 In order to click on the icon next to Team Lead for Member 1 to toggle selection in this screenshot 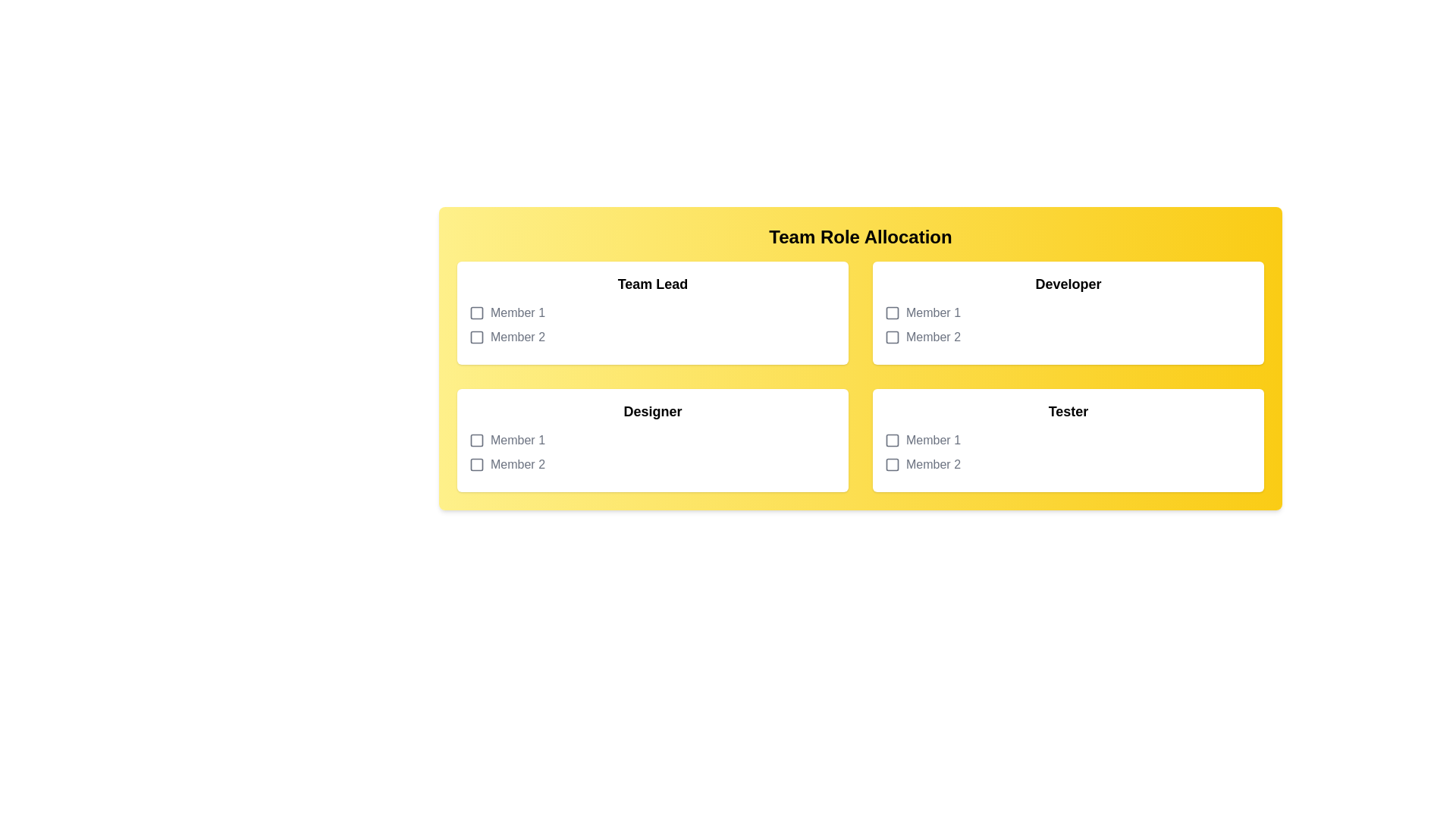, I will do `click(475, 312)`.